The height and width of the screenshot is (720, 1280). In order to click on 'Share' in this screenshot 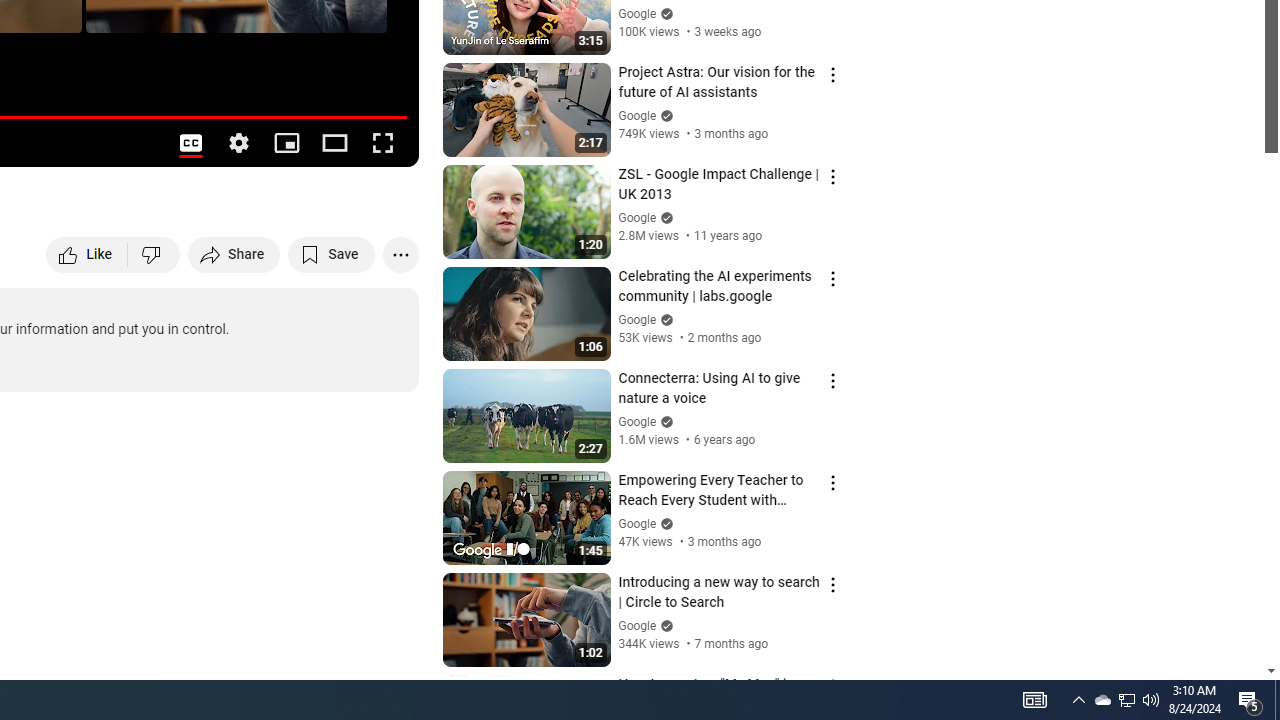, I will do `click(234, 253)`.